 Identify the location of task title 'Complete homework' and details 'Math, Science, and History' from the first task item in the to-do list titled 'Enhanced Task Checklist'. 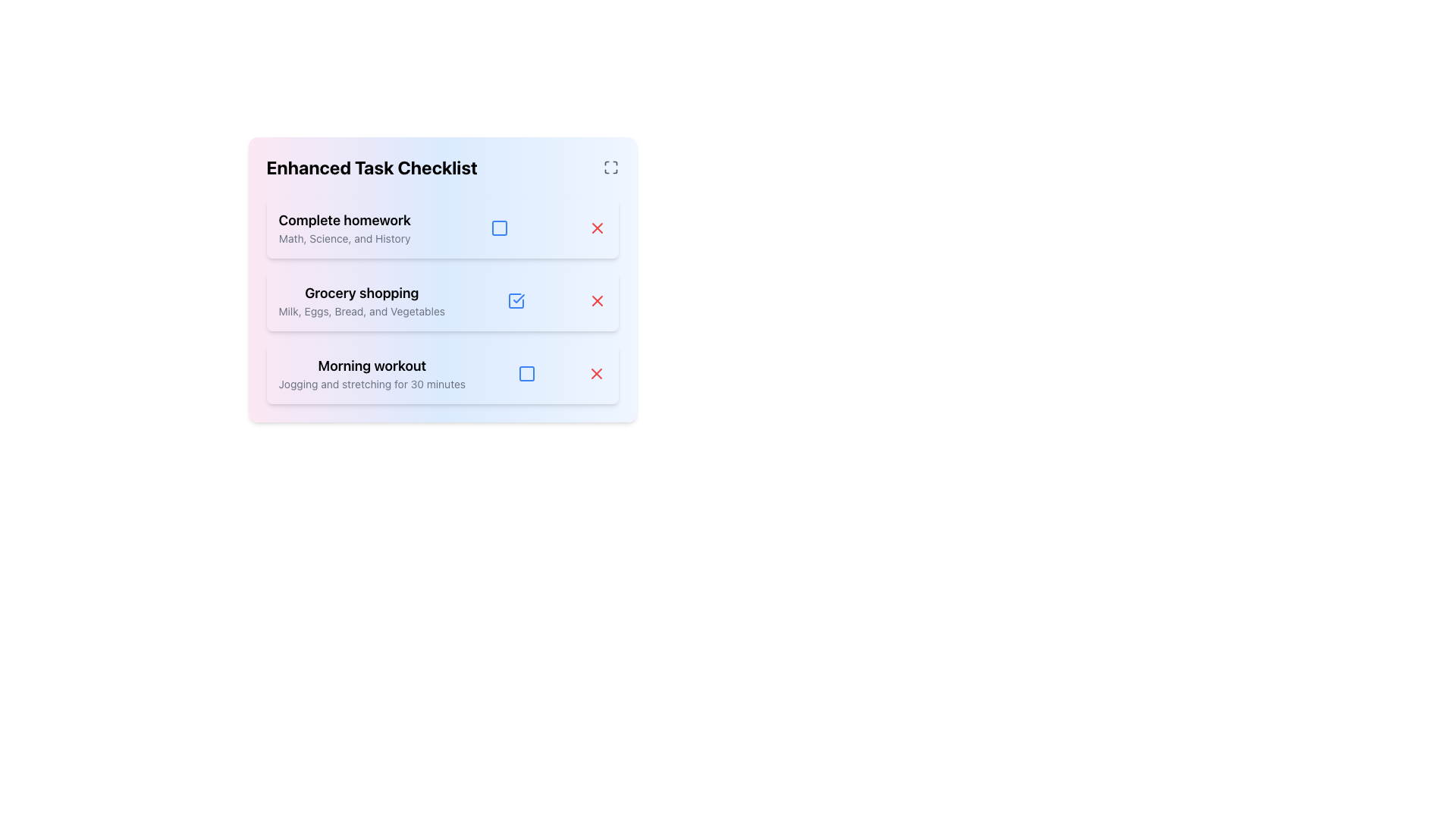
(344, 227).